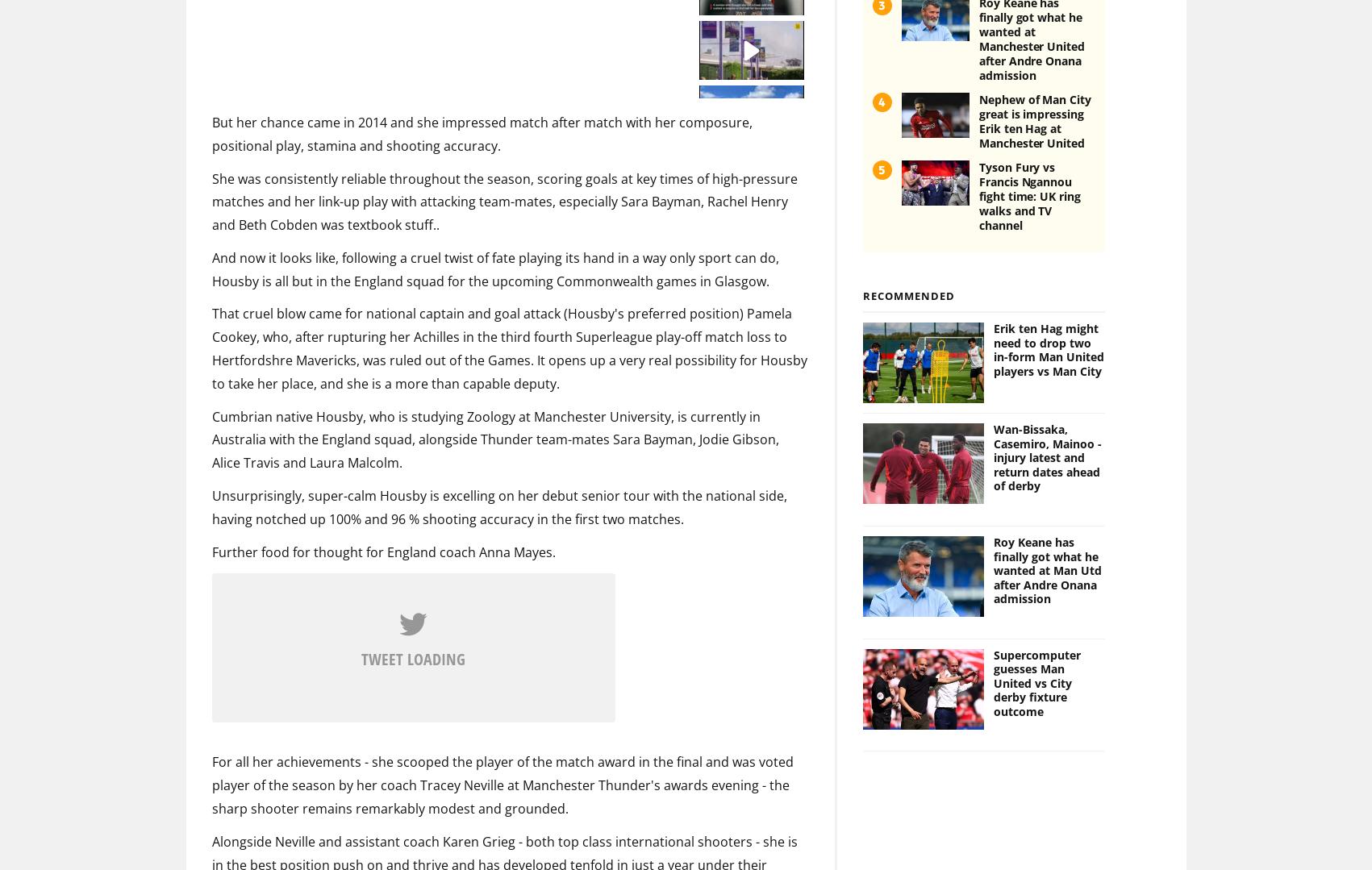  What do you see at coordinates (882, 75) in the screenshot?
I see `'4'` at bounding box center [882, 75].